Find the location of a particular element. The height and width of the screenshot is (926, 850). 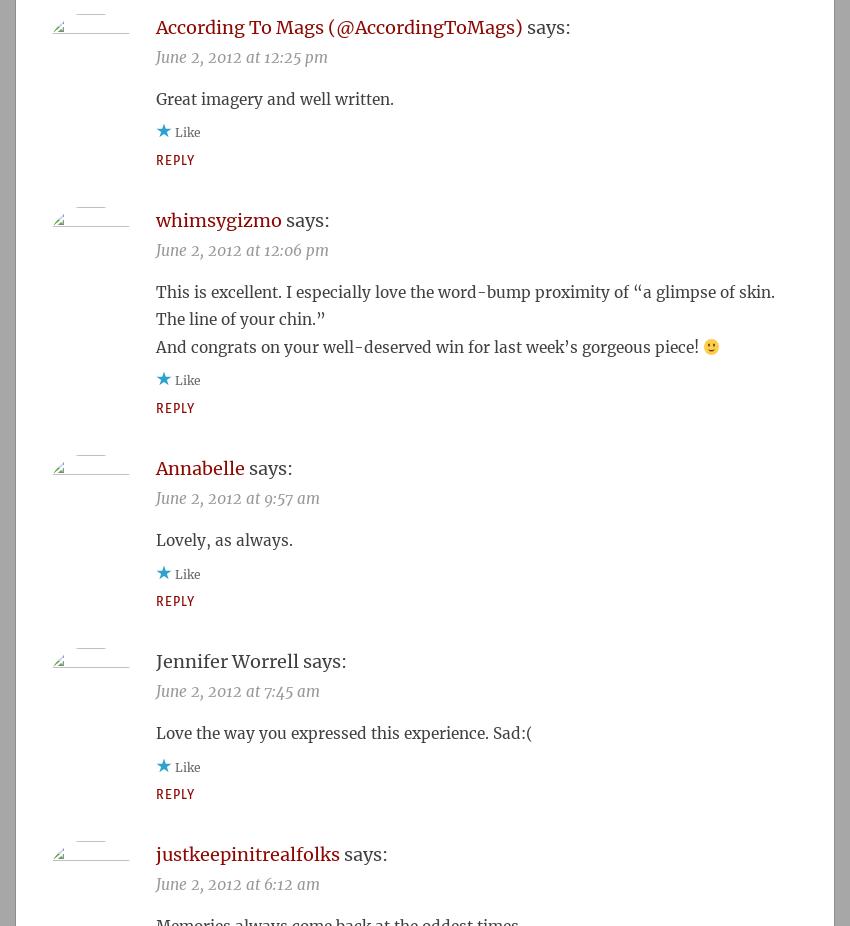

'Annabelle' is located at coordinates (199, 466).